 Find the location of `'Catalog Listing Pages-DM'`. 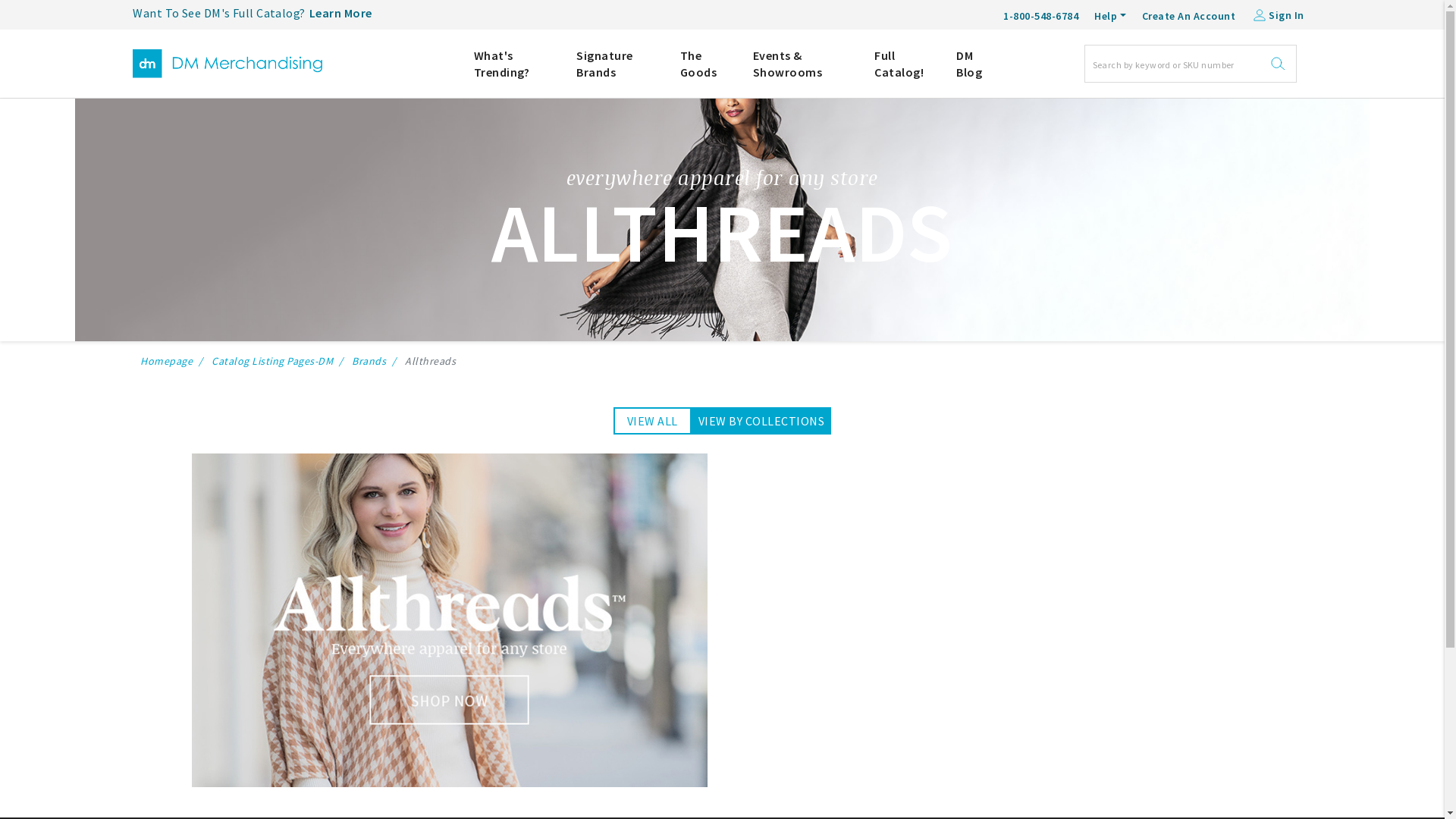

'Catalog Listing Pages-DM' is located at coordinates (210, 360).